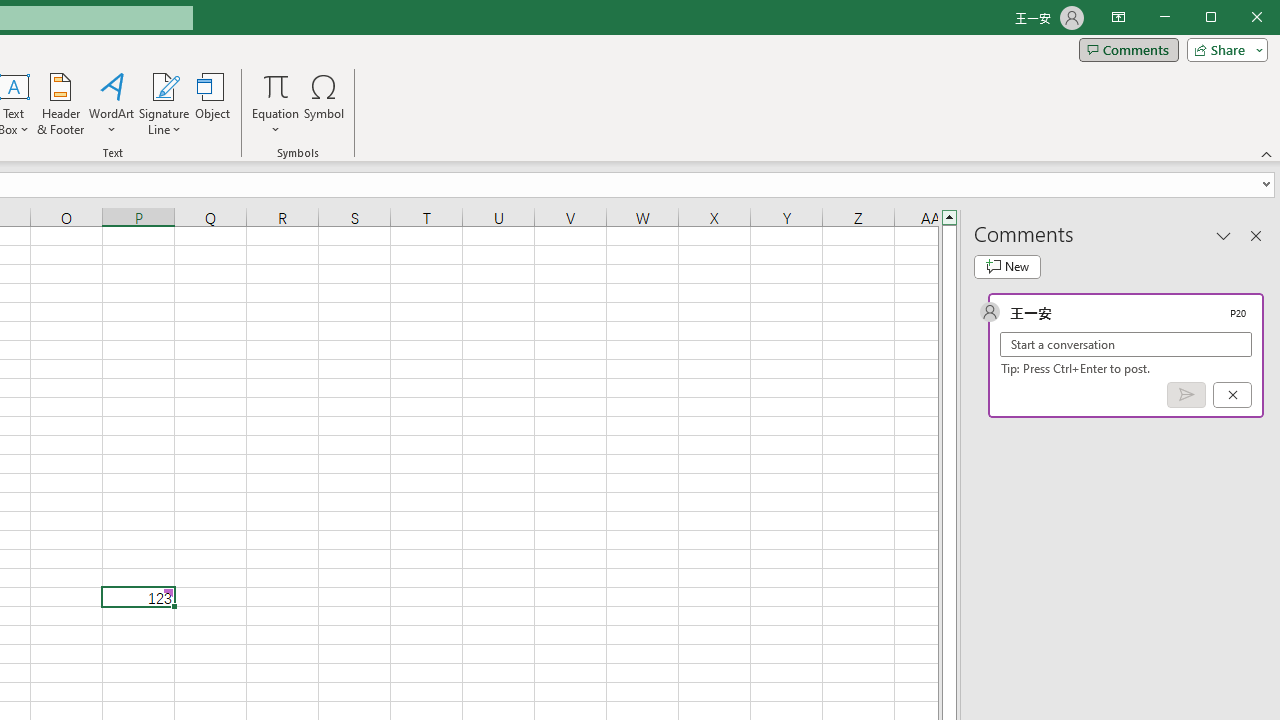 This screenshot has height=720, width=1280. Describe the element at coordinates (1223, 234) in the screenshot. I see `'Task Pane Options'` at that location.